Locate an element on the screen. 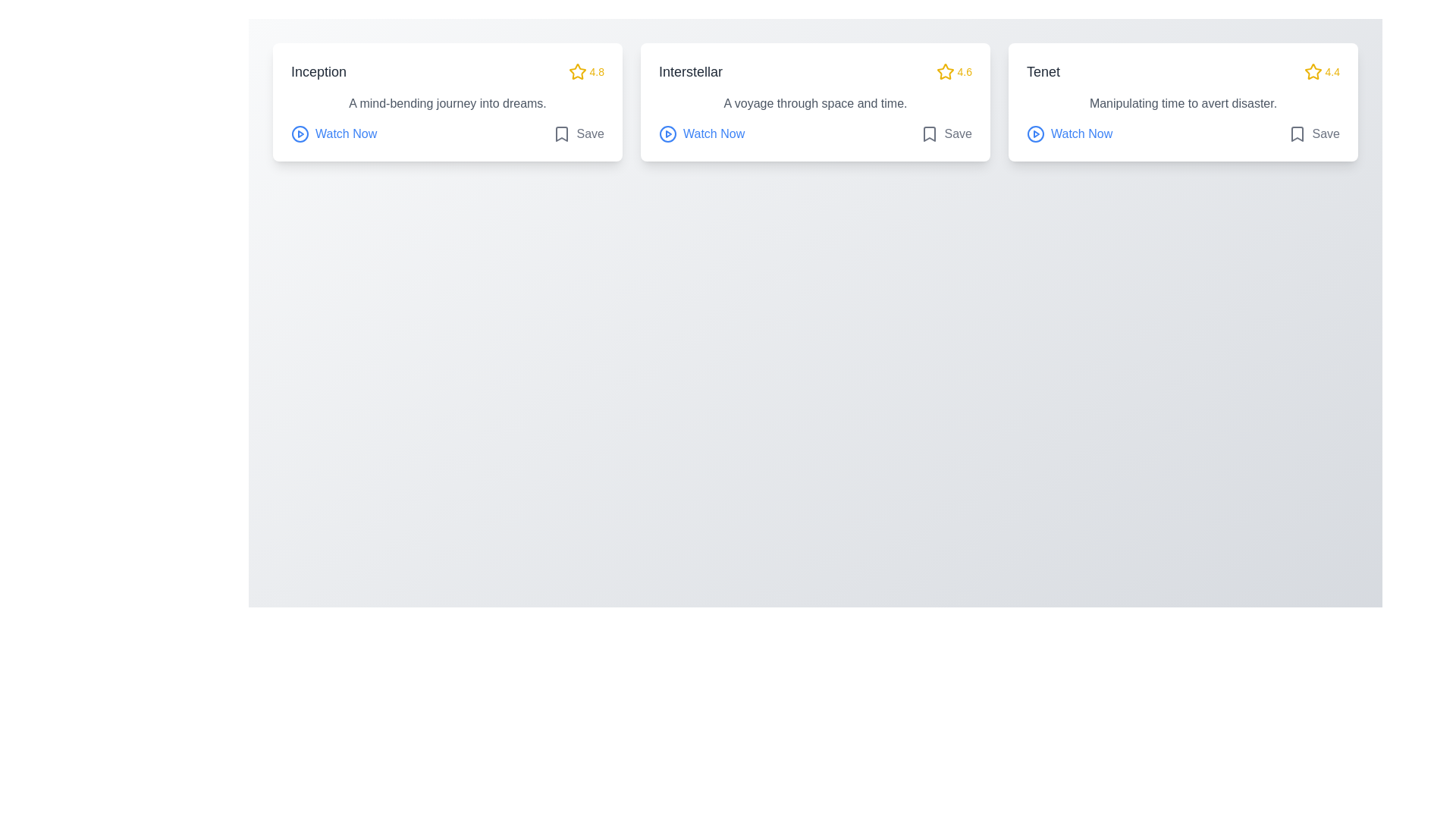 This screenshot has height=819, width=1456. the circular play button icon with a blue outline and white triangle, which is part of the 'Watch Now' link for the 'Interstellar' card located in the middle of the row of three cards is located at coordinates (667, 133).